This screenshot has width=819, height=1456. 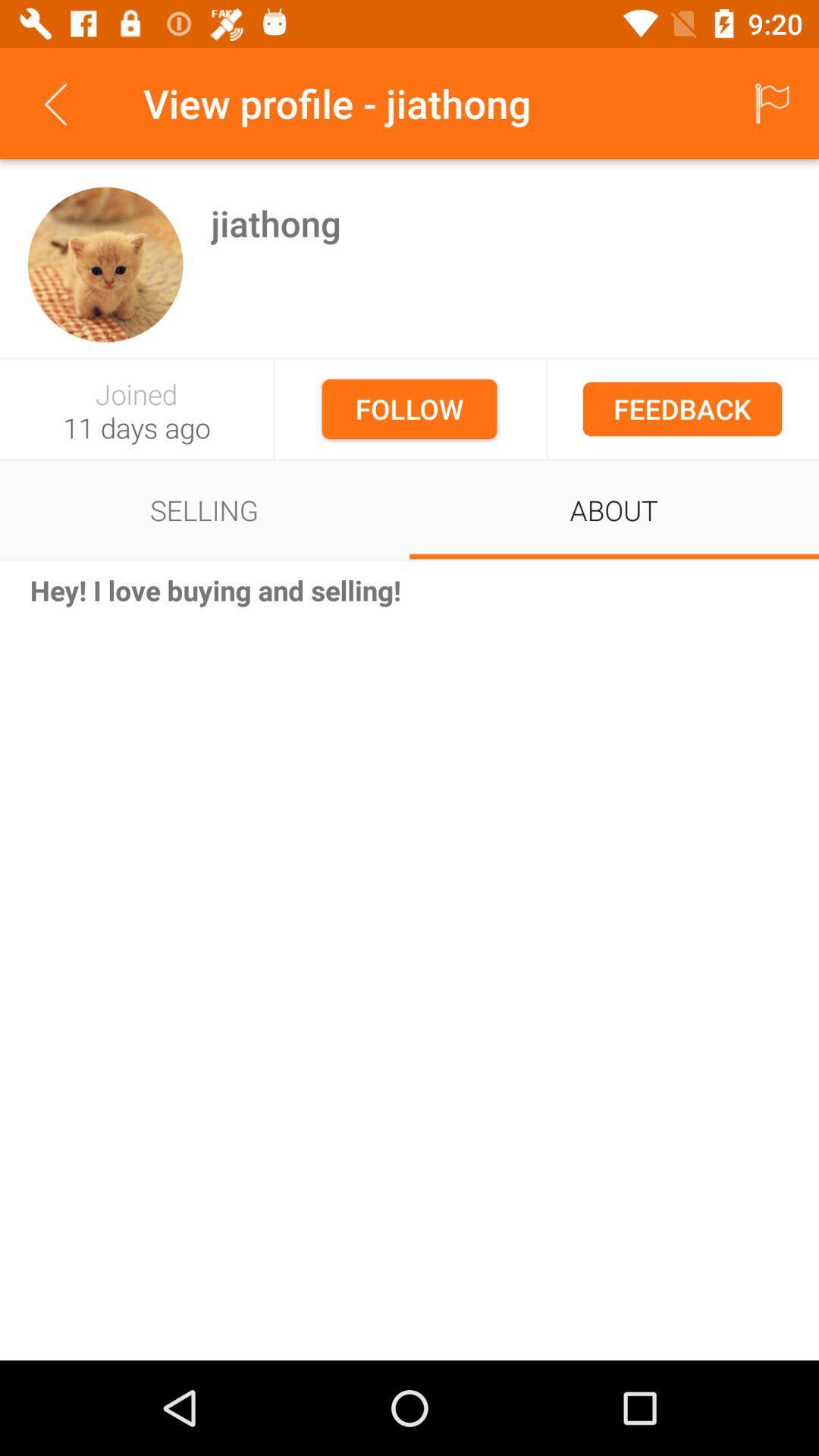 What do you see at coordinates (105, 265) in the screenshot?
I see `the picture` at bounding box center [105, 265].